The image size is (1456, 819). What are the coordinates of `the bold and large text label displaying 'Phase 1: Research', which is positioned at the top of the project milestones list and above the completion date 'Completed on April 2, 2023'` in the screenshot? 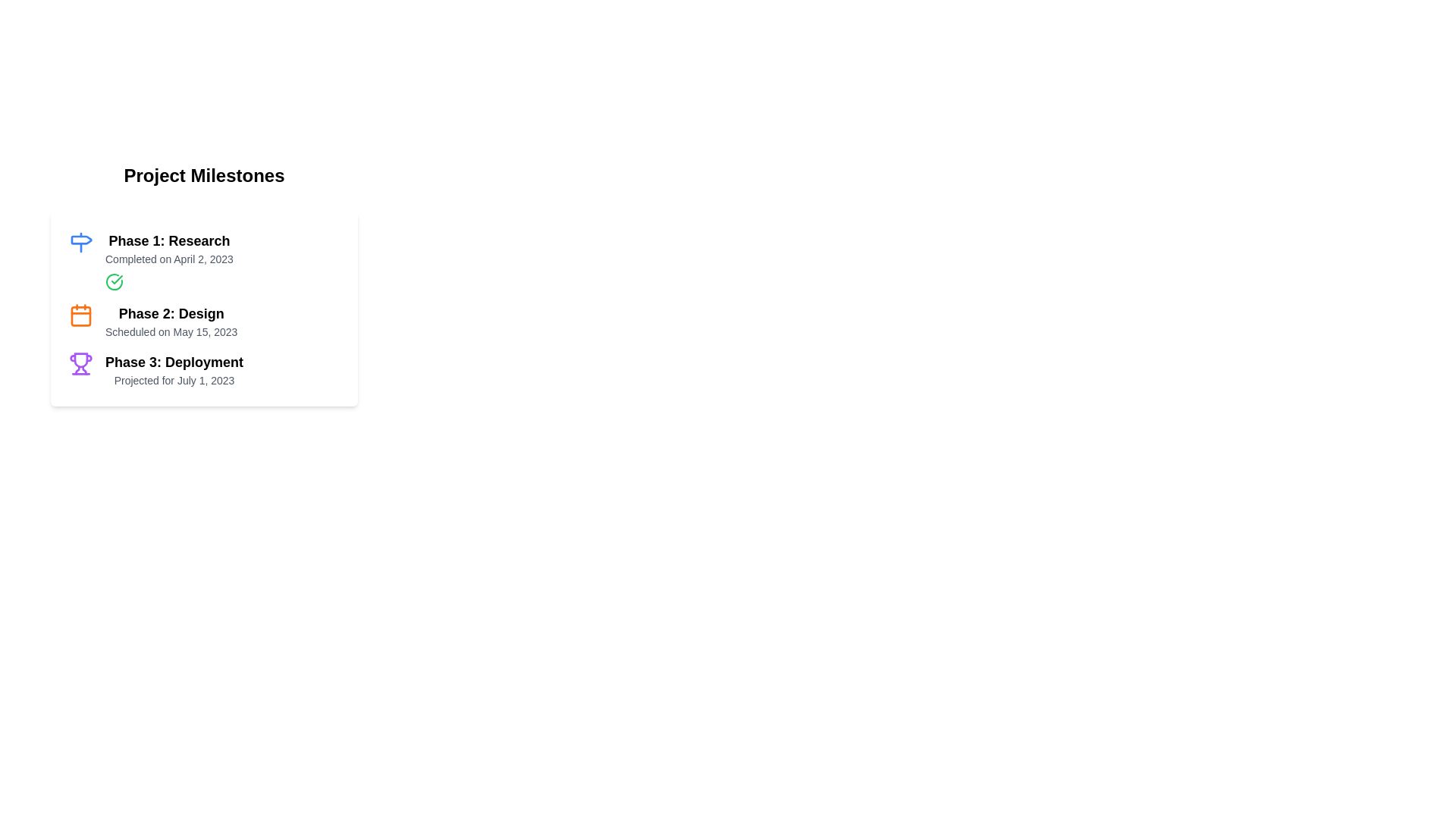 It's located at (169, 240).